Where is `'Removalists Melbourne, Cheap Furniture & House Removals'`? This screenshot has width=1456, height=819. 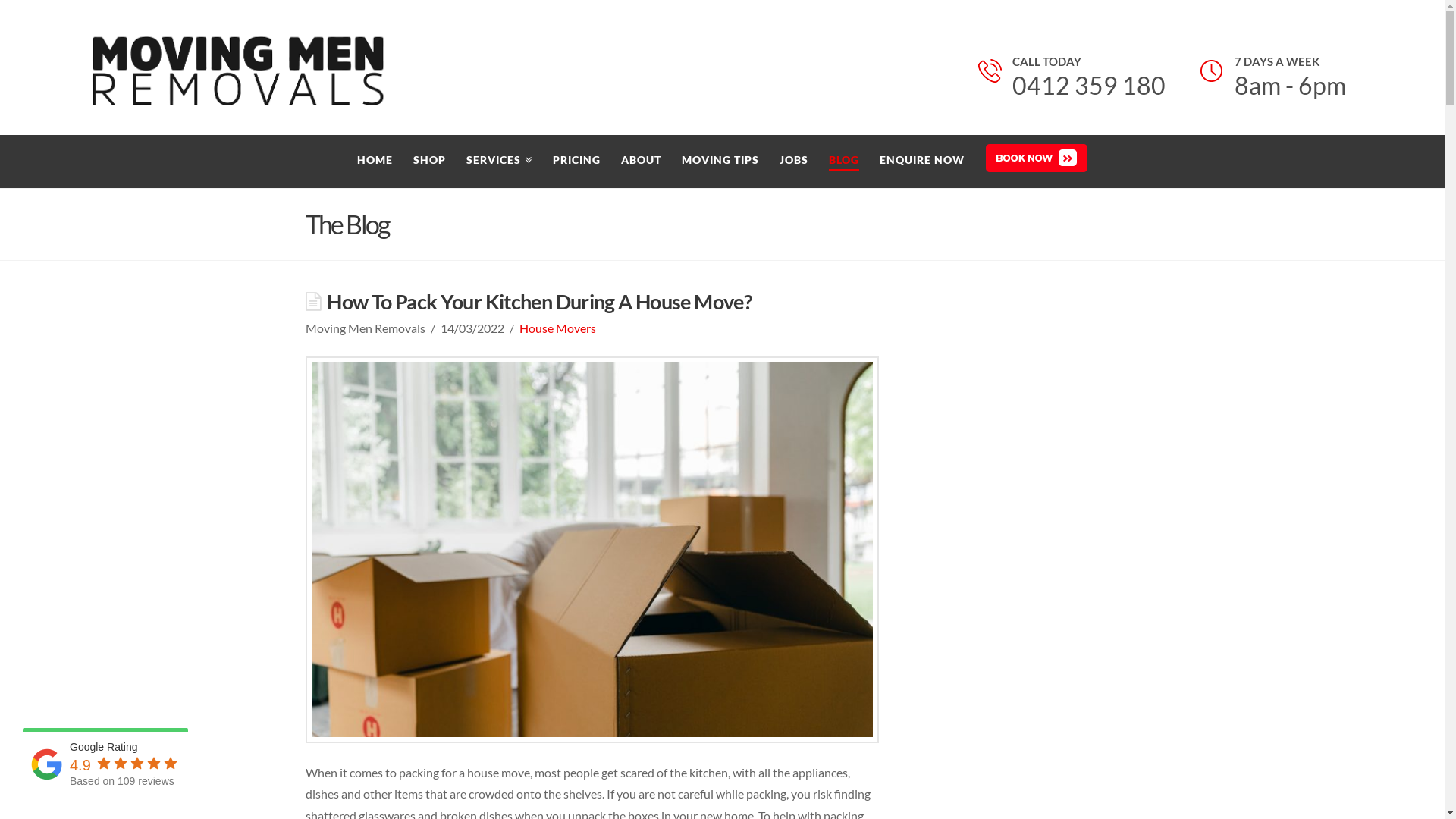
'Removalists Melbourne, Cheap Furniture & House Removals' is located at coordinates (237, 79).